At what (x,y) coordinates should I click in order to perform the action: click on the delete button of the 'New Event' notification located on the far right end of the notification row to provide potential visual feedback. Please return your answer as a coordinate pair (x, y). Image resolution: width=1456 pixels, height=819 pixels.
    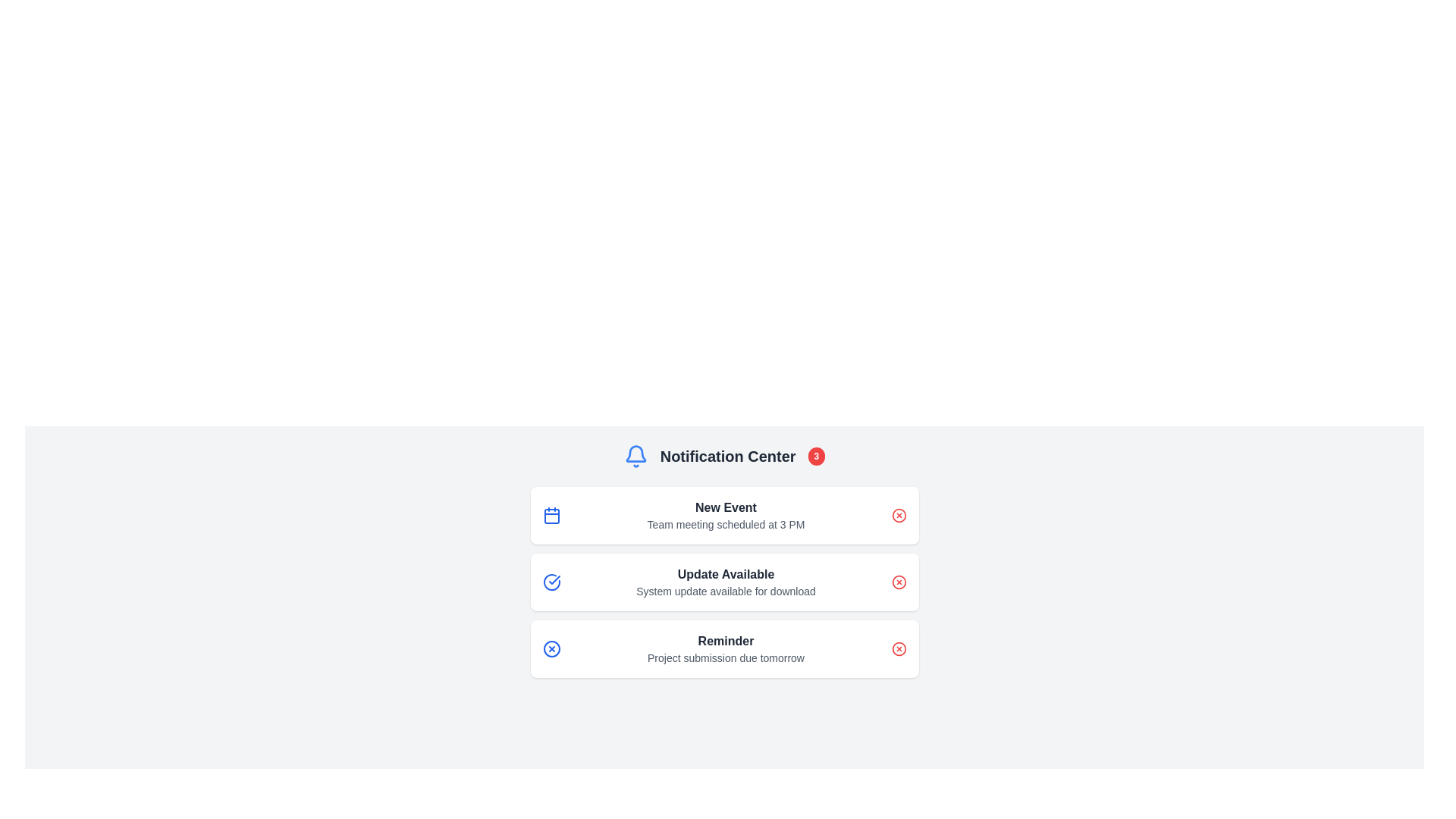
    Looking at the image, I should click on (899, 514).